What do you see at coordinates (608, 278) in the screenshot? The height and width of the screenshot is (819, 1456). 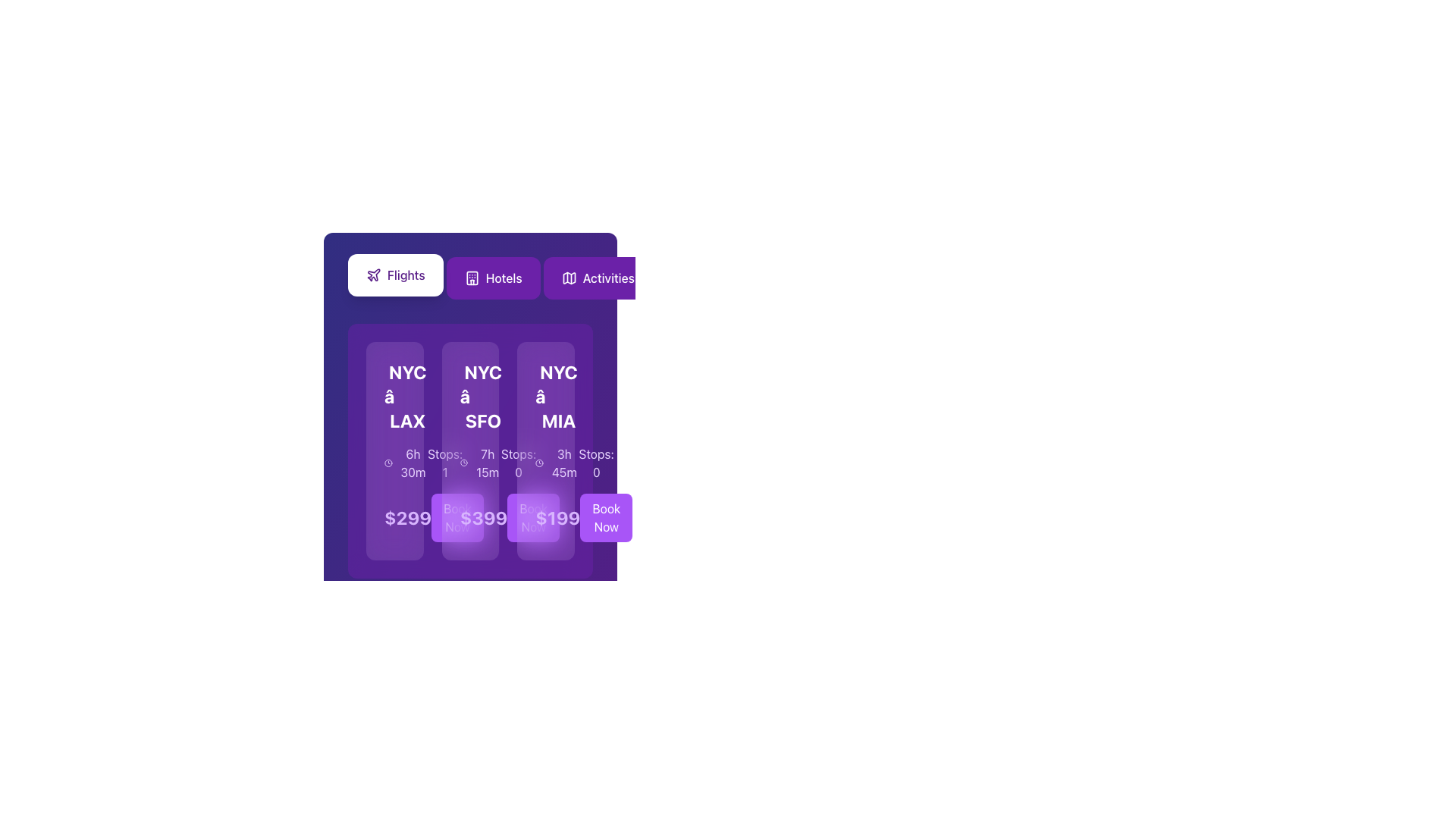 I see `the 'Activities' menu item in the top-right navigation bar` at bounding box center [608, 278].